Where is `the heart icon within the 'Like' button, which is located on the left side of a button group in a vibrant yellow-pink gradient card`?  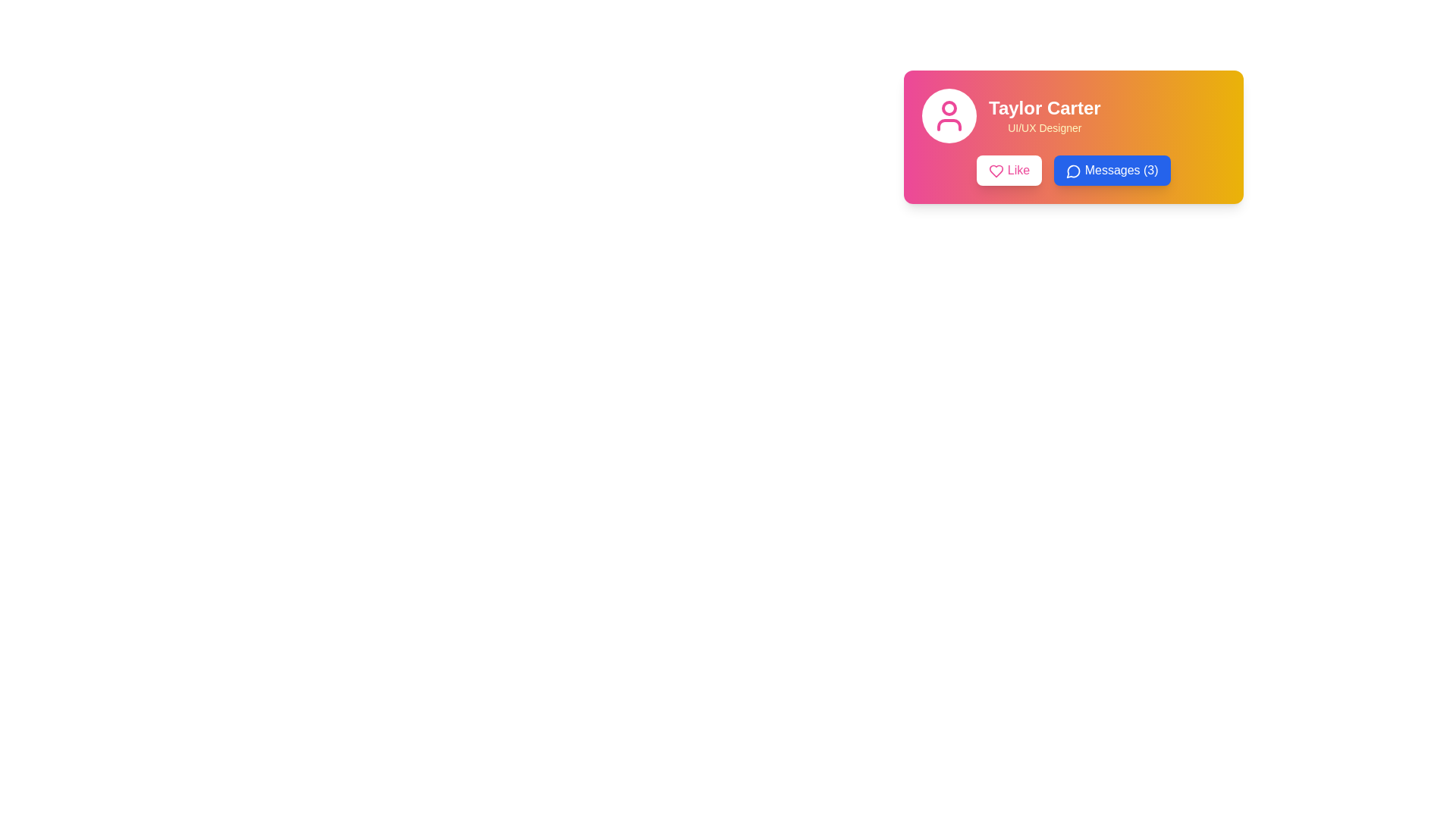
the heart icon within the 'Like' button, which is located on the left side of a button group in a vibrant yellow-pink gradient card is located at coordinates (996, 171).